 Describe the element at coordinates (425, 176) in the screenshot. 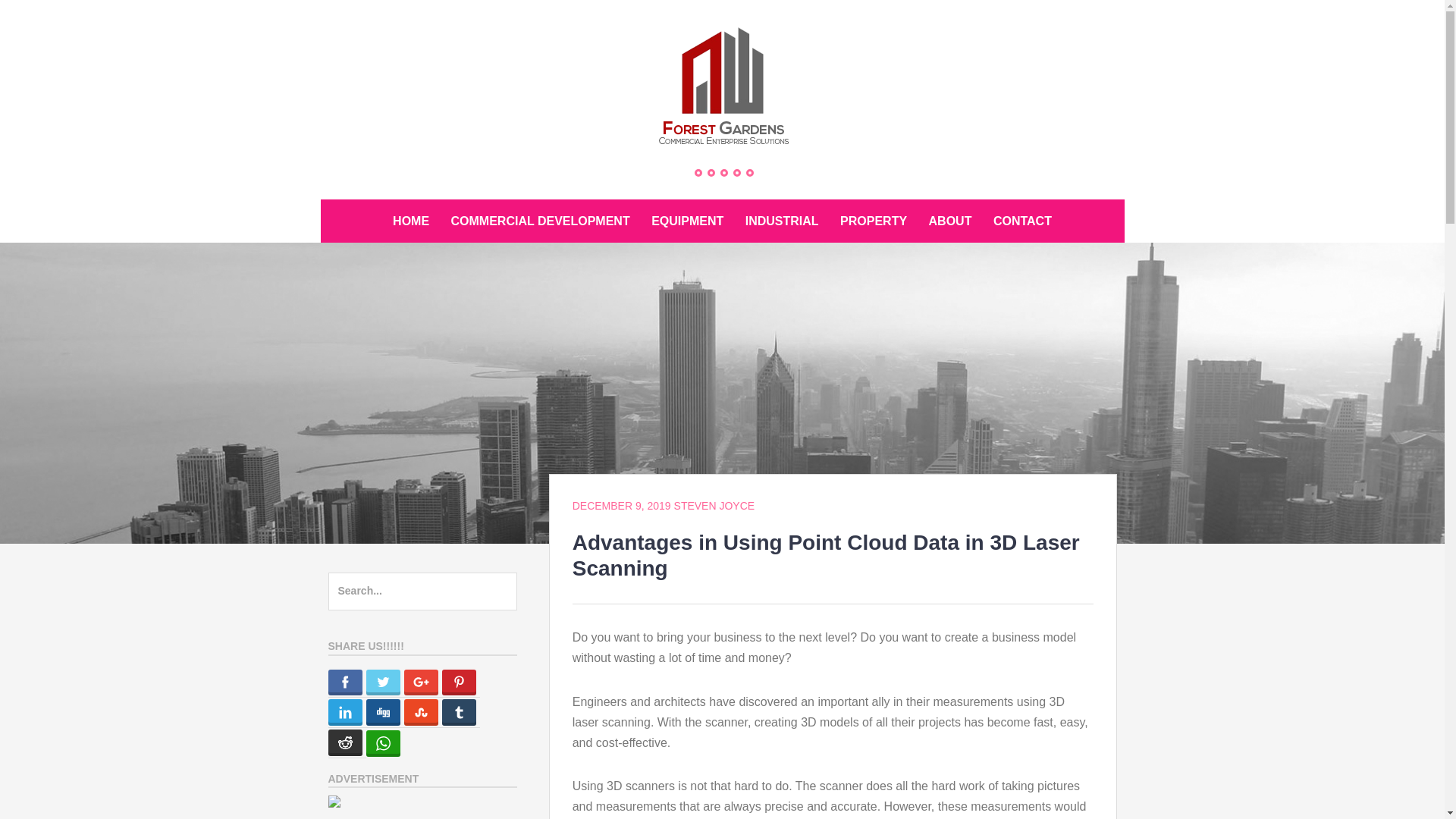

I see `'FOREST GARDENS'` at that location.